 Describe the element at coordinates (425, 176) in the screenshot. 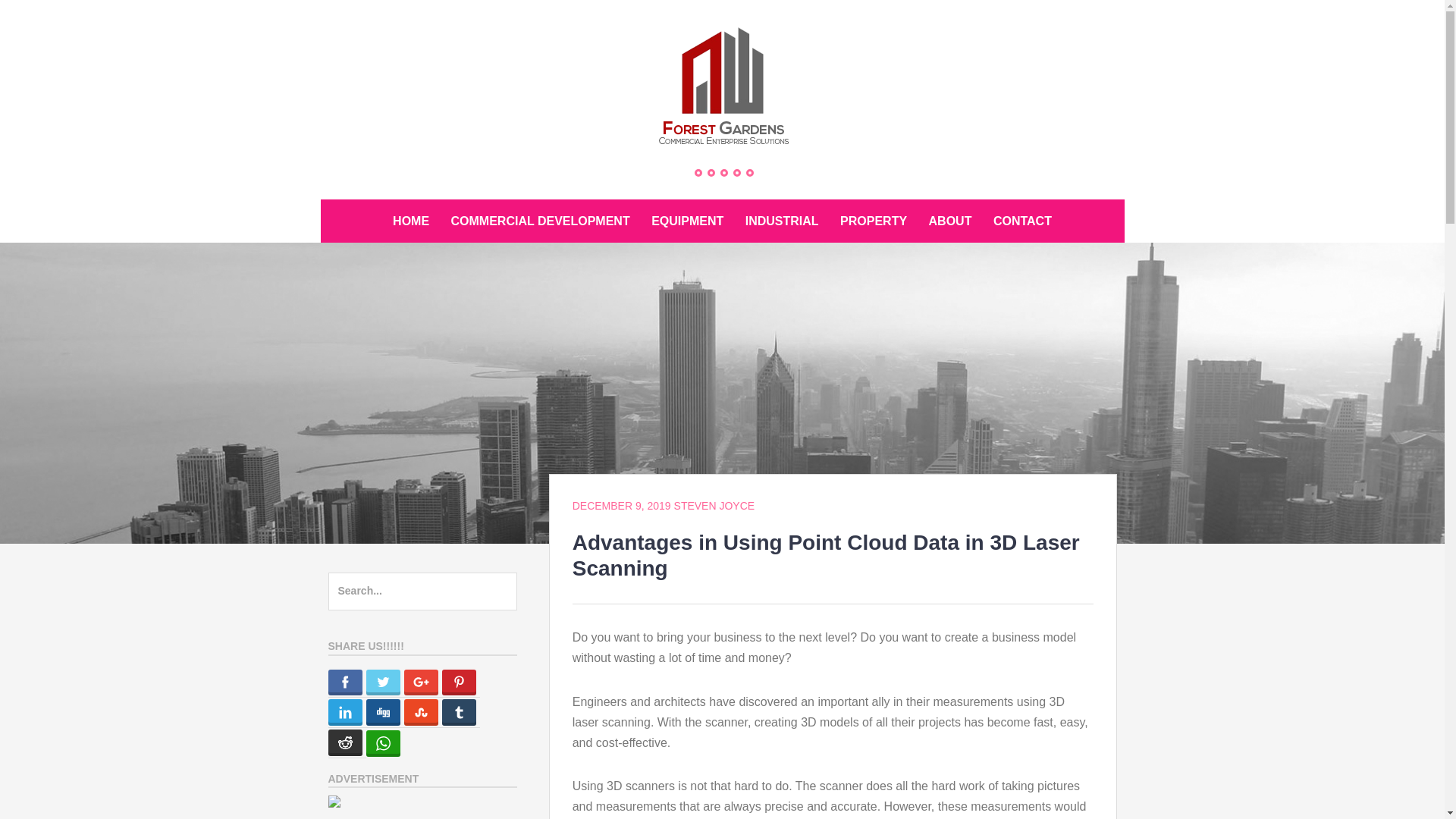

I see `'FOREST GARDENS'` at that location.